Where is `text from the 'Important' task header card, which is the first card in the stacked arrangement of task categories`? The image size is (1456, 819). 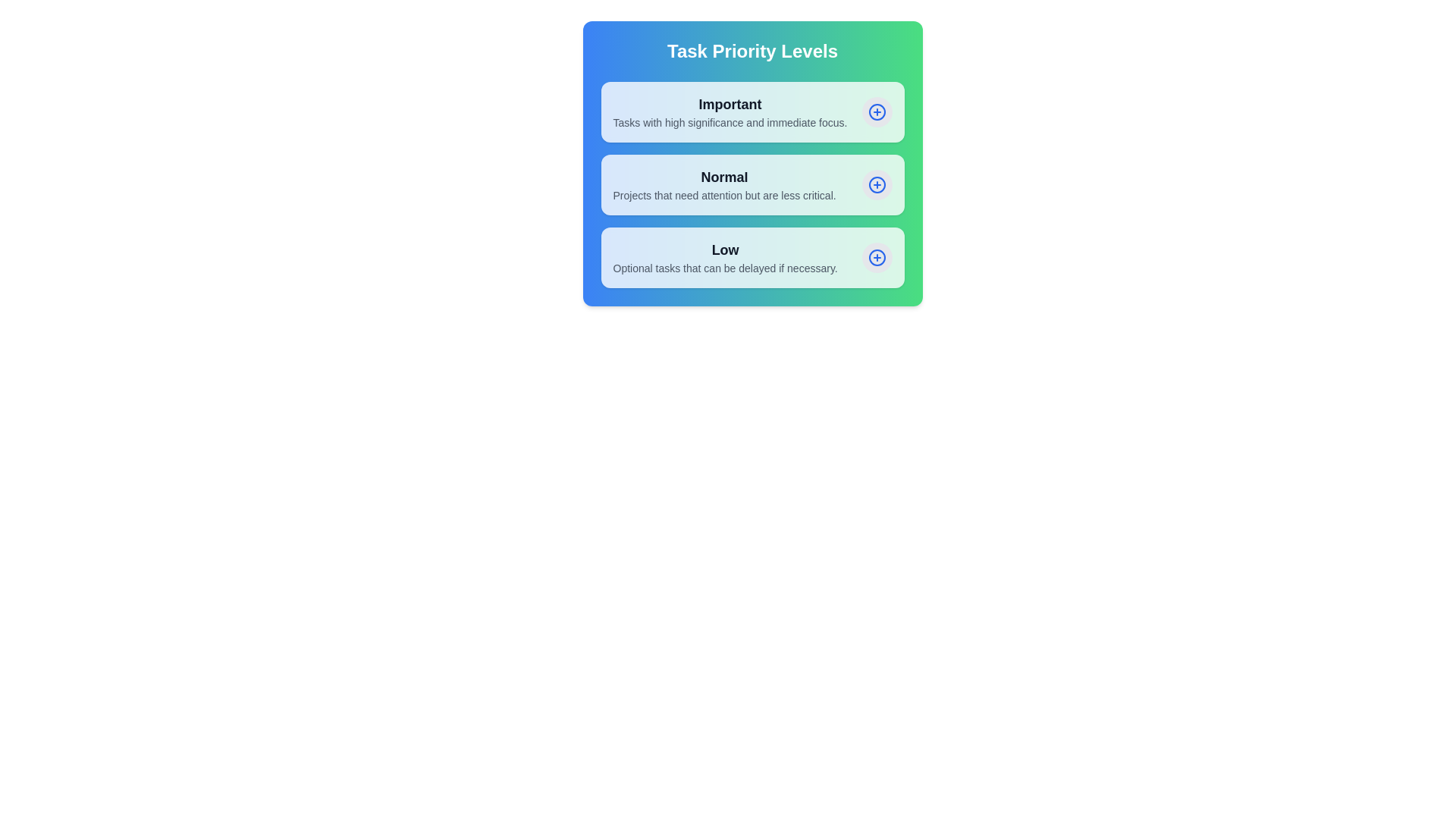
text from the 'Important' task header card, which is the first card in the stacked arrangement of task categories is located at coordinates (752, 111).